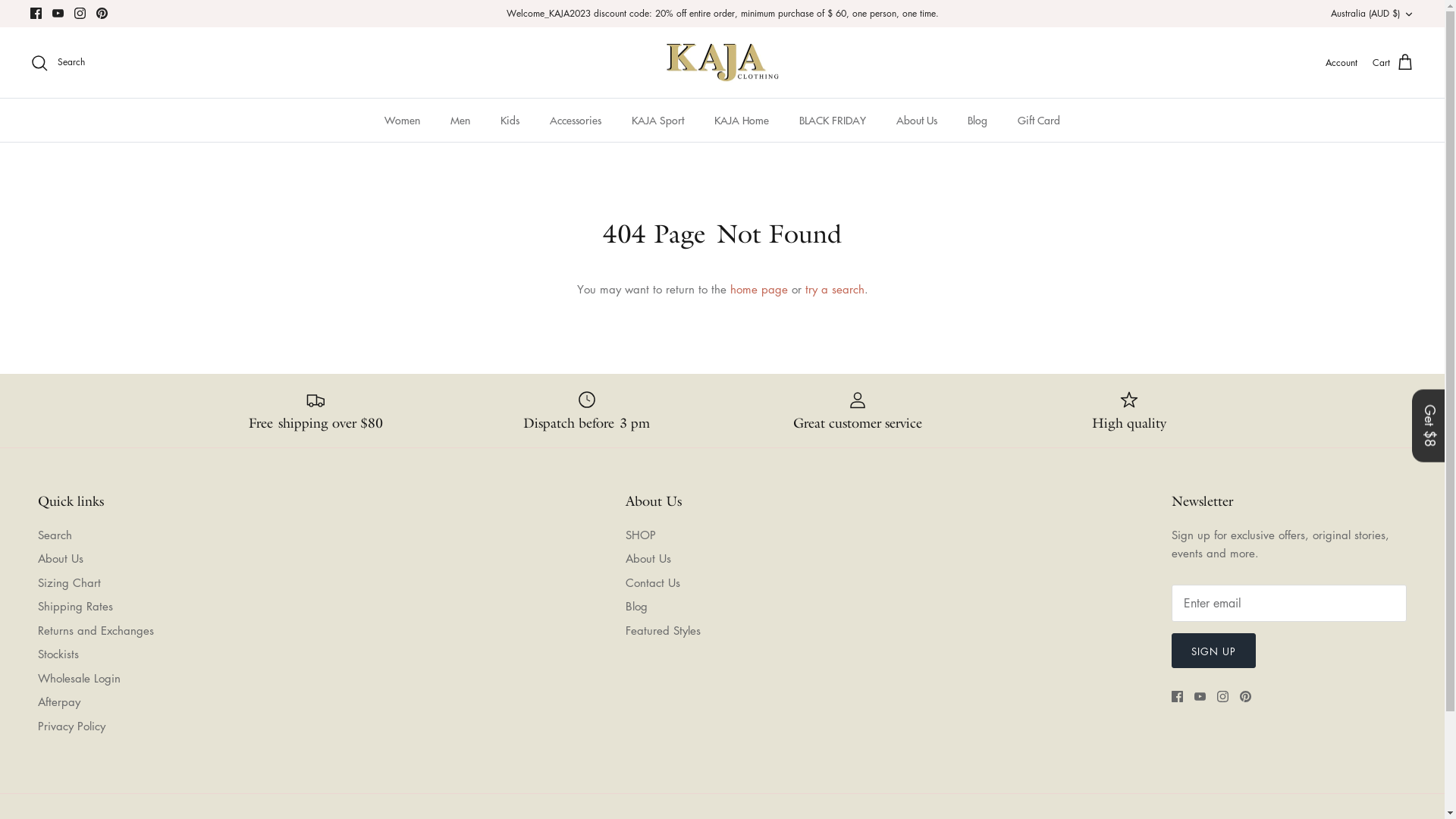 Image resolution: width=1456 pixels, height=819 pixels. What do you see at coordinates (832, 119) in the screenshot?
I see `'BLACK FRIDAY'` at bounding box center [832, 119].